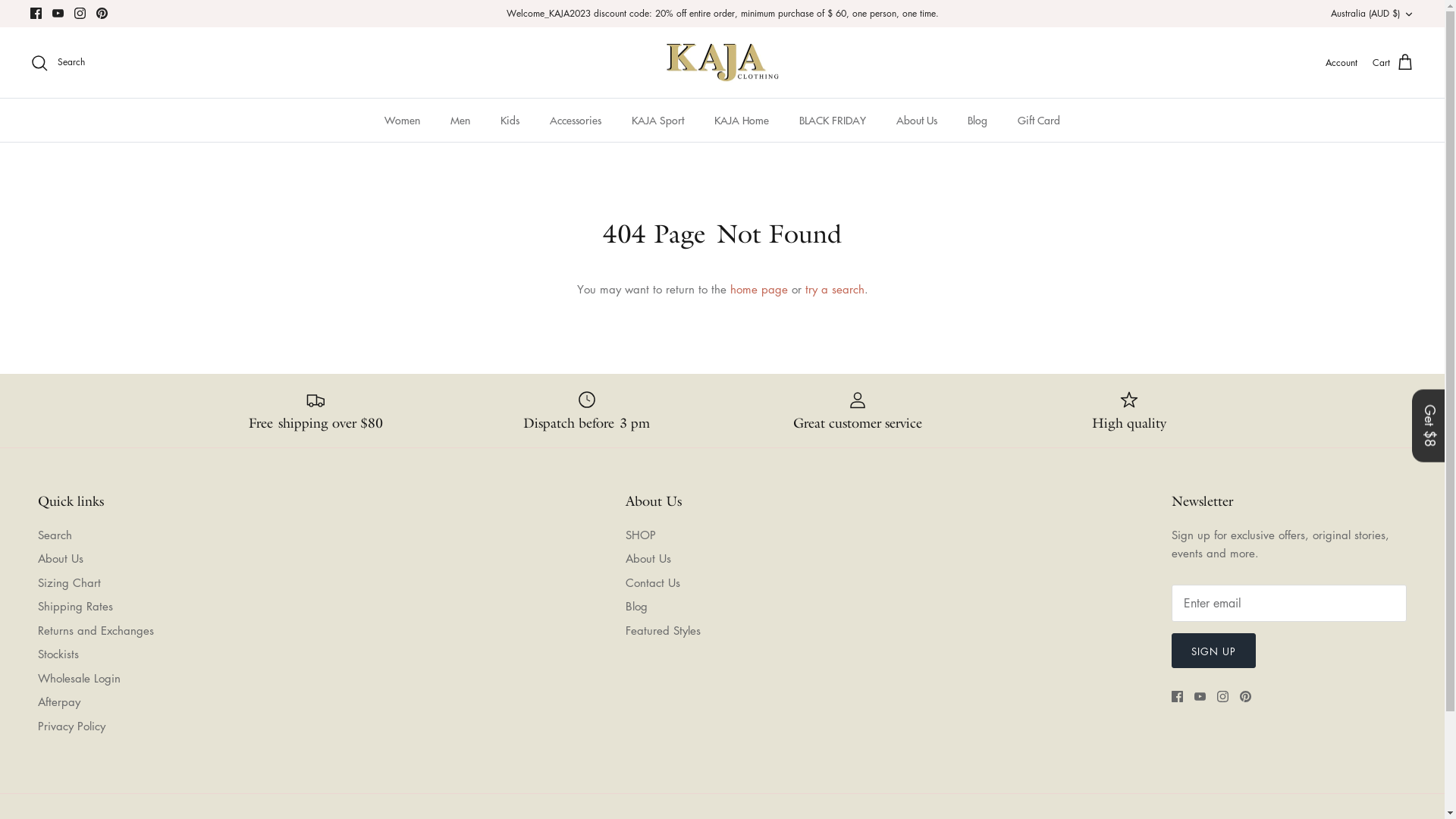 Image resolution: width=1456 pixels, height=819 pixels. What do you see at coordinates (832, 119) in the screenshot?
I see `'BLACK FRIDAY'` at bounding box center [832, 119].